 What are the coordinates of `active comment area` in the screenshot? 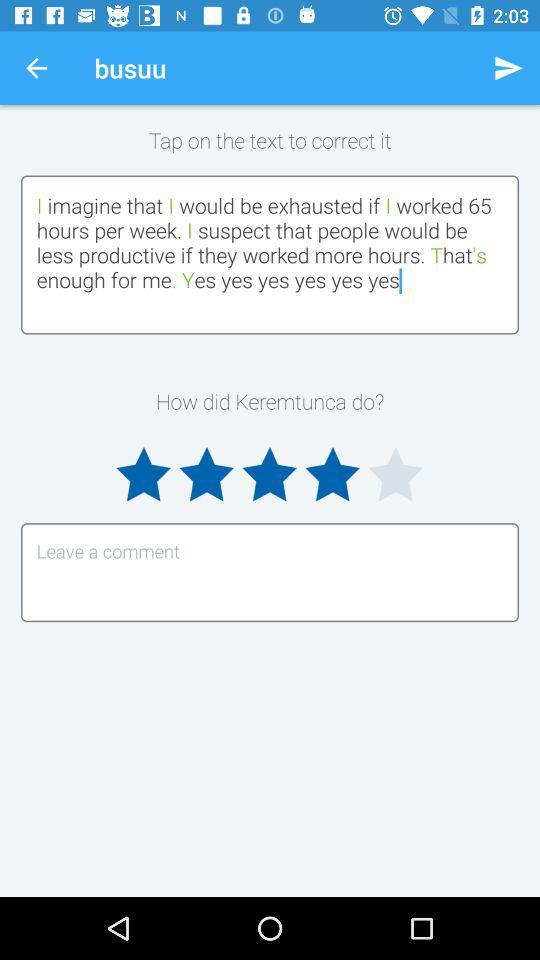 It's located at (270, 572).